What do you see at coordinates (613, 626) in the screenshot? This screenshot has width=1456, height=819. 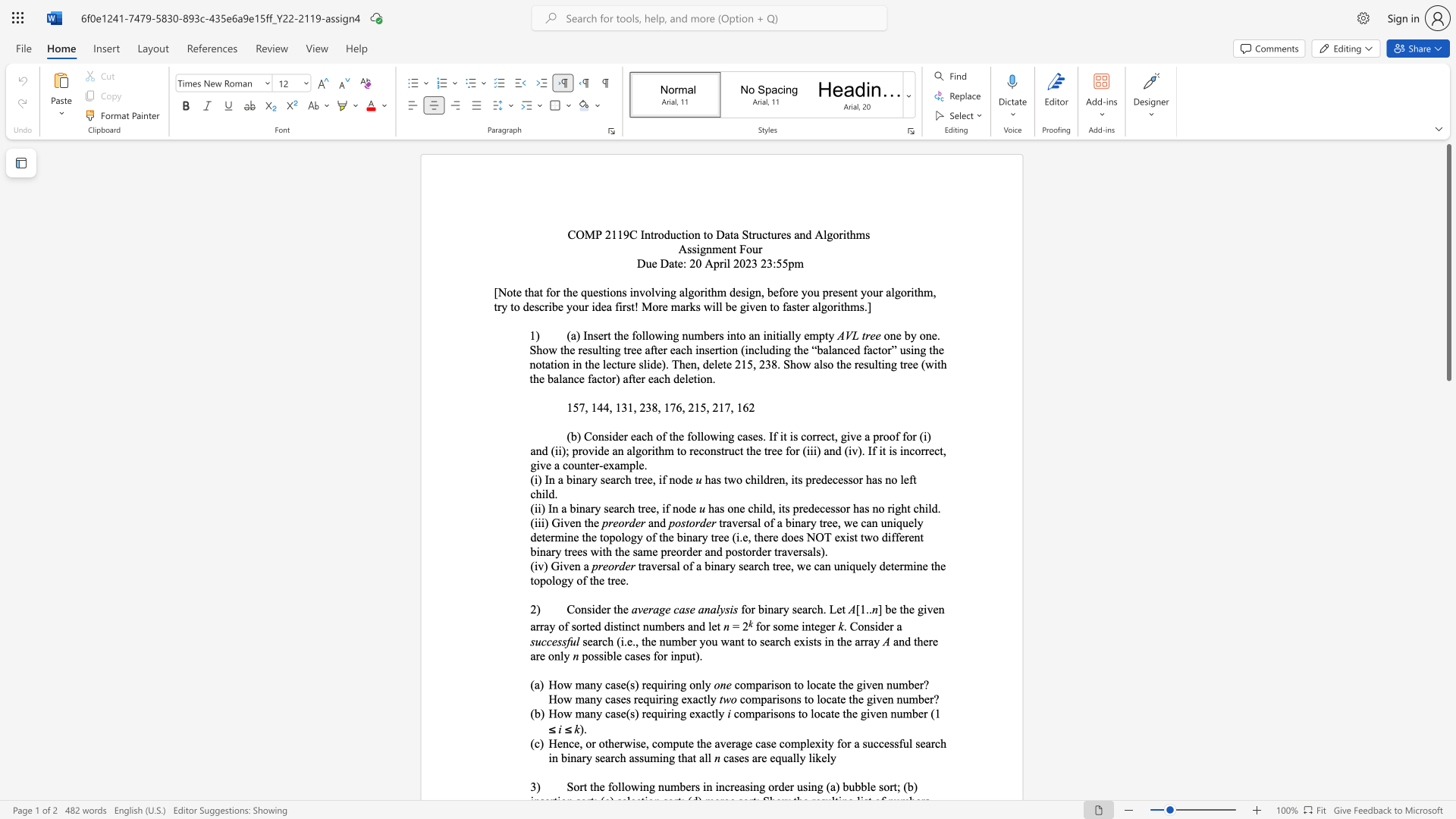 I see `the subset text "stinct nu" within the text "] be the given array of sorted distinct numbers and let"` at bounding box center [613, 626].